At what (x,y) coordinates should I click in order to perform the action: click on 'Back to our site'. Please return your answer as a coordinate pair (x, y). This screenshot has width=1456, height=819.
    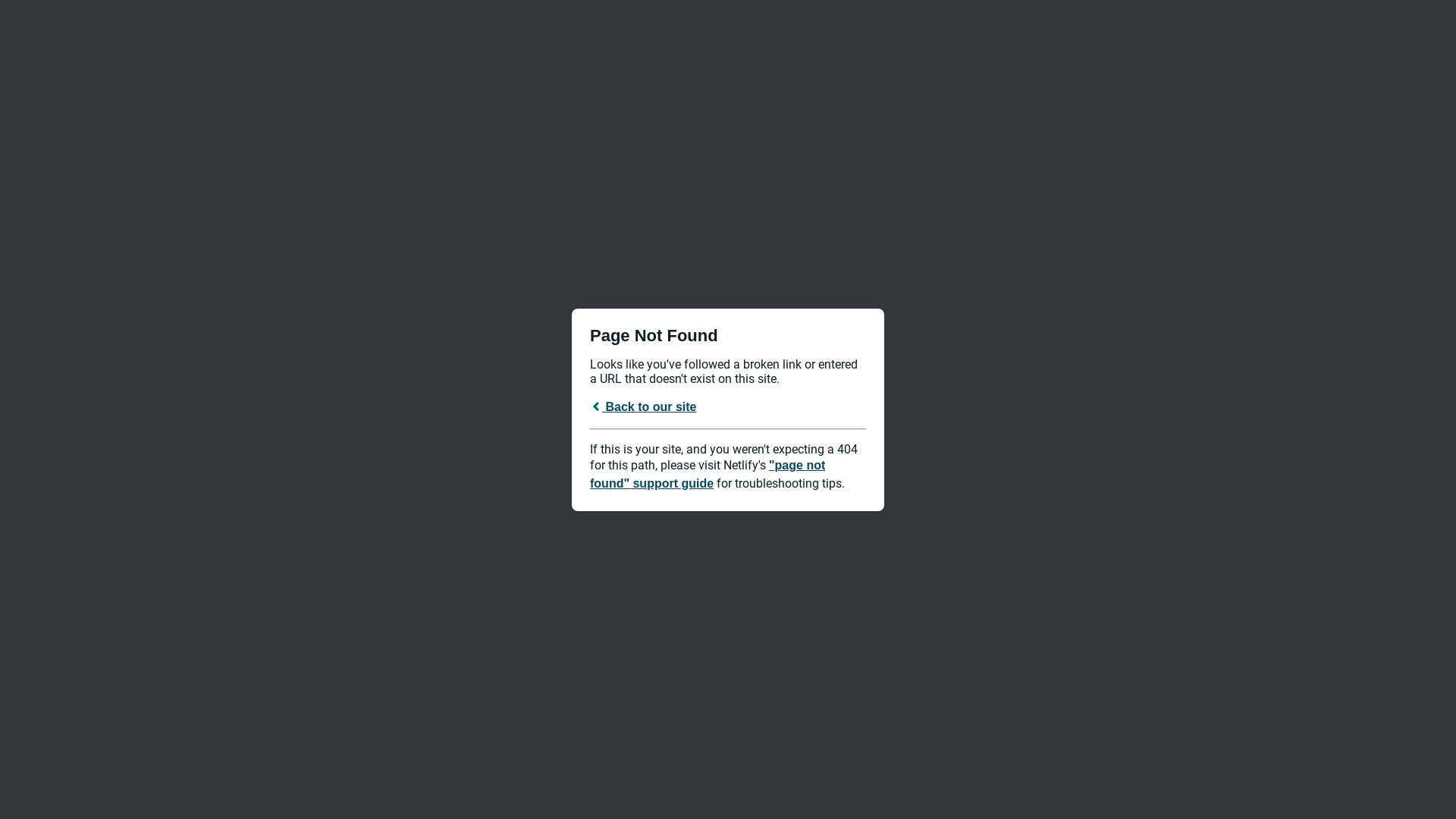
    Looking at the image, I should click on (643, 406).